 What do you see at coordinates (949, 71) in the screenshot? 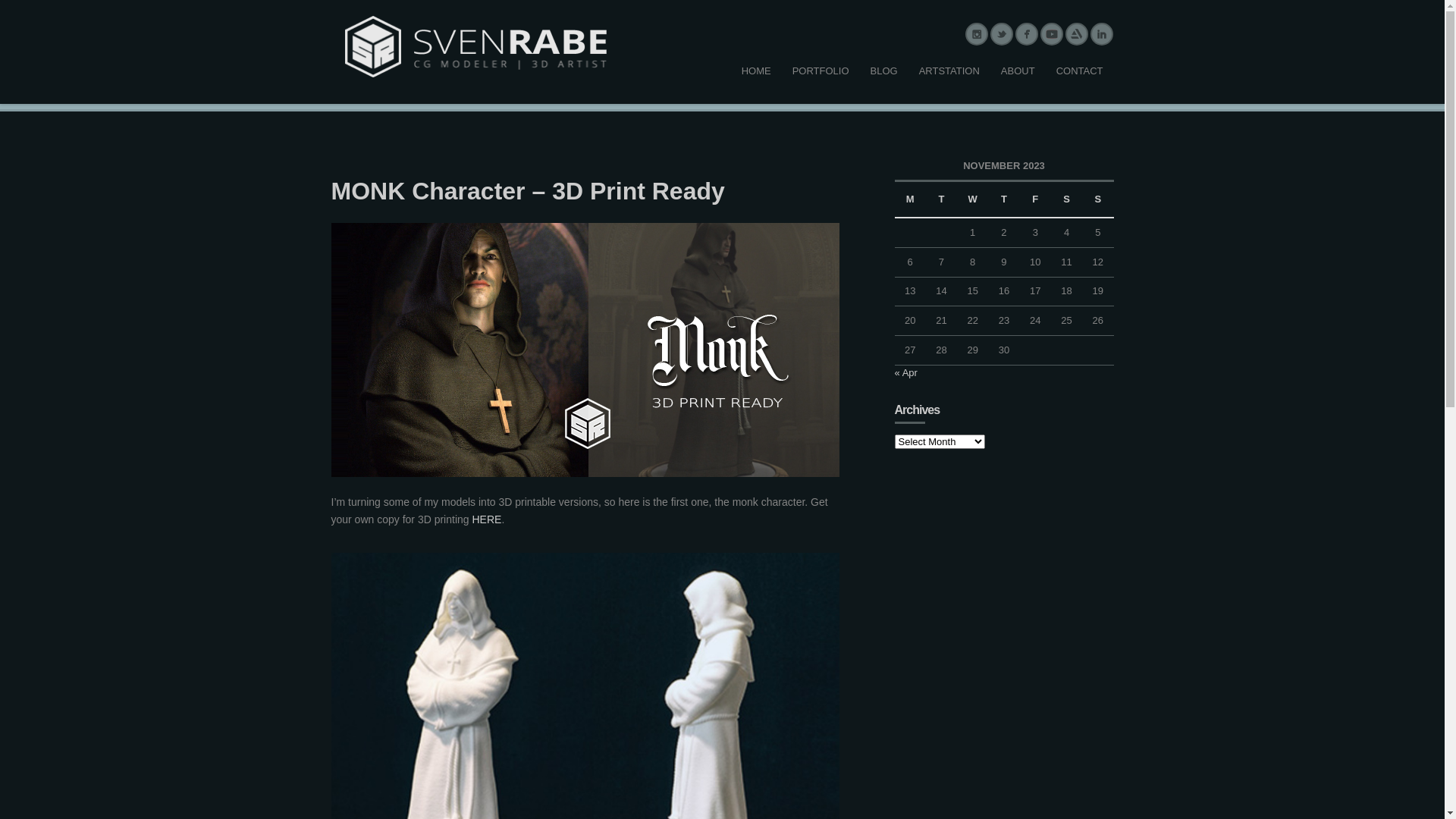
I see `'ARTSTATION'` at bounding box center [949, 71].